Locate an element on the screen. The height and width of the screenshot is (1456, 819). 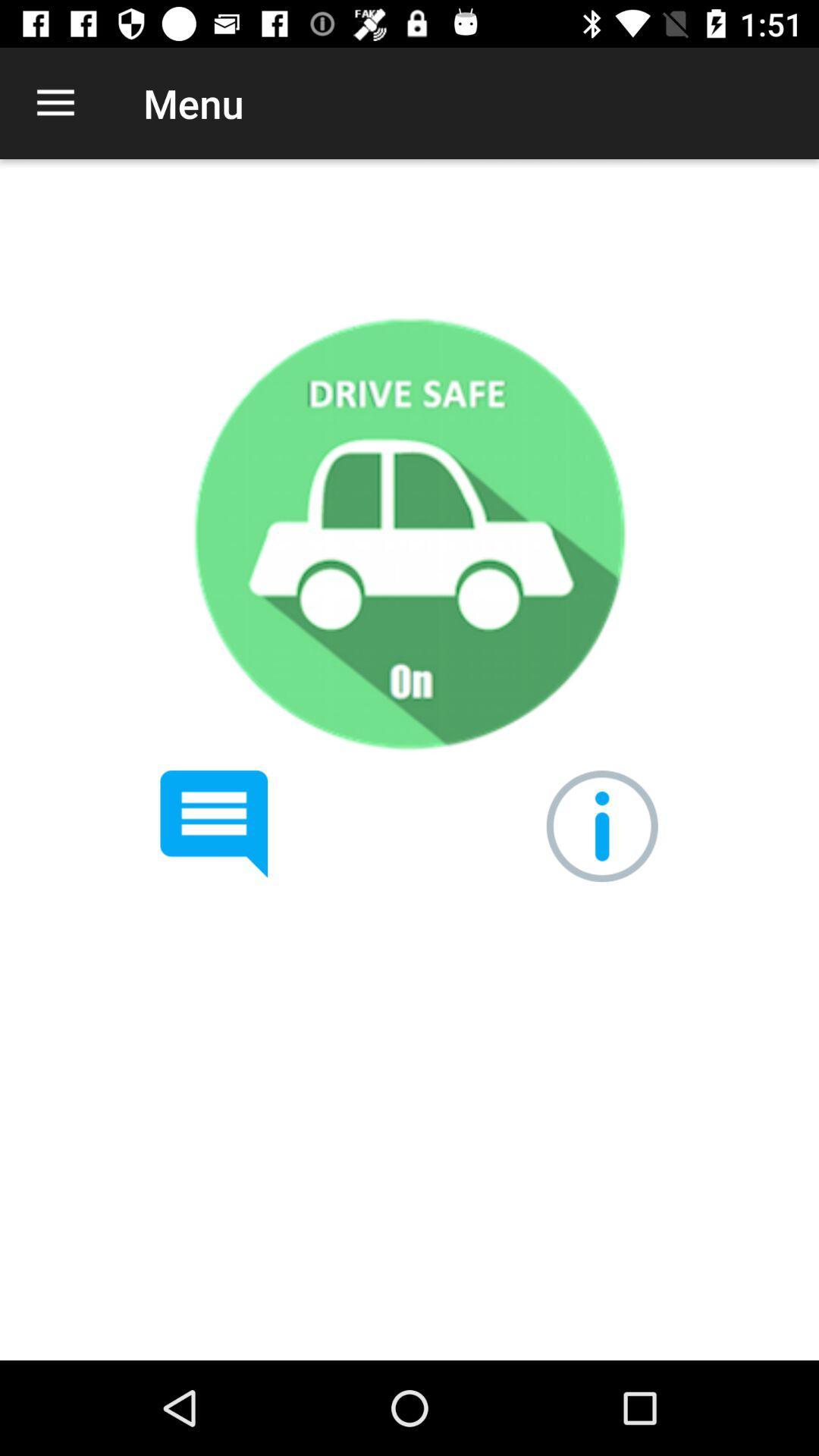
message is located at coordinates (214, 824).